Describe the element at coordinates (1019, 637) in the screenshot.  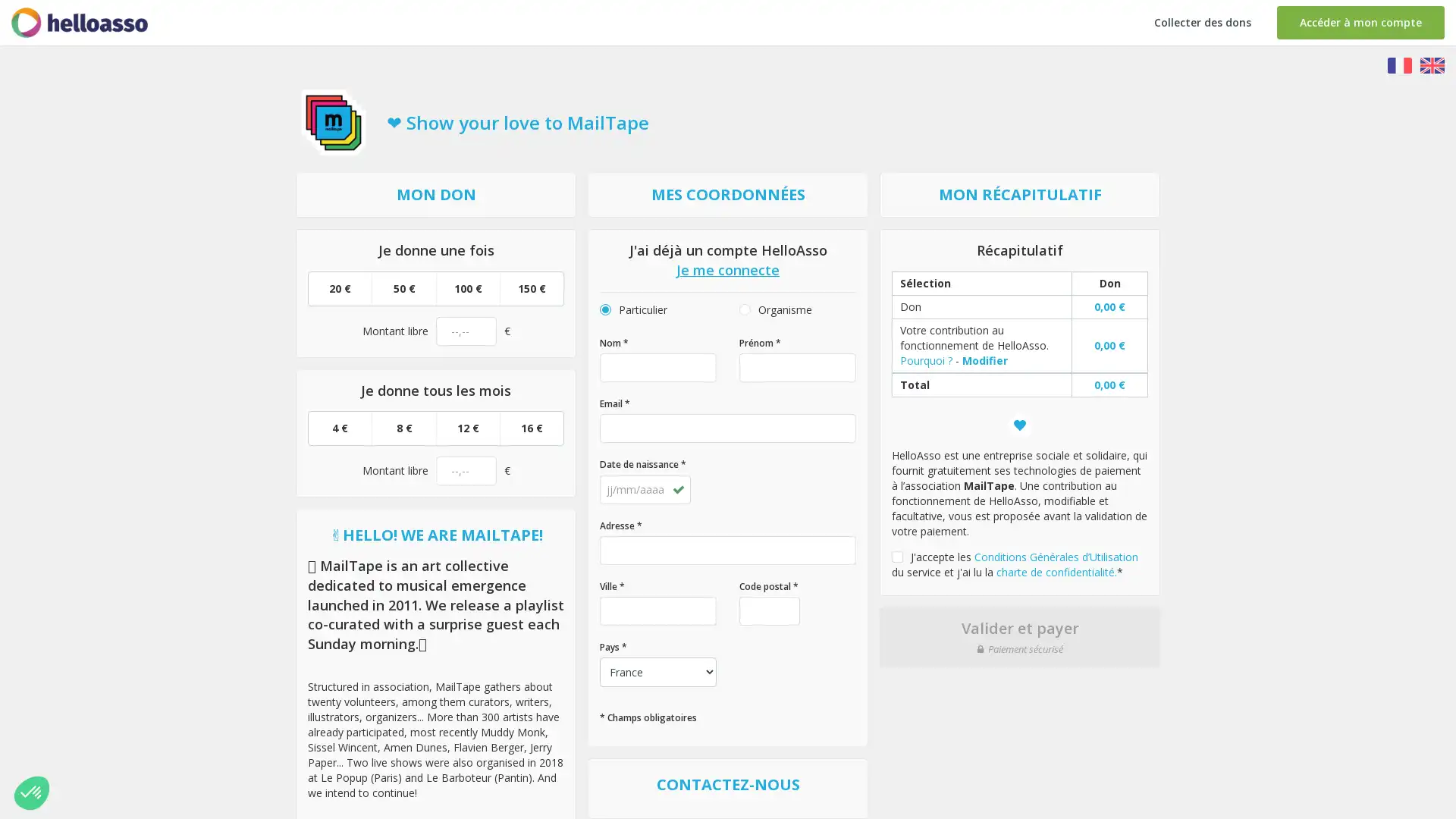
I see `Valider et payer Paiement securise` at that location.